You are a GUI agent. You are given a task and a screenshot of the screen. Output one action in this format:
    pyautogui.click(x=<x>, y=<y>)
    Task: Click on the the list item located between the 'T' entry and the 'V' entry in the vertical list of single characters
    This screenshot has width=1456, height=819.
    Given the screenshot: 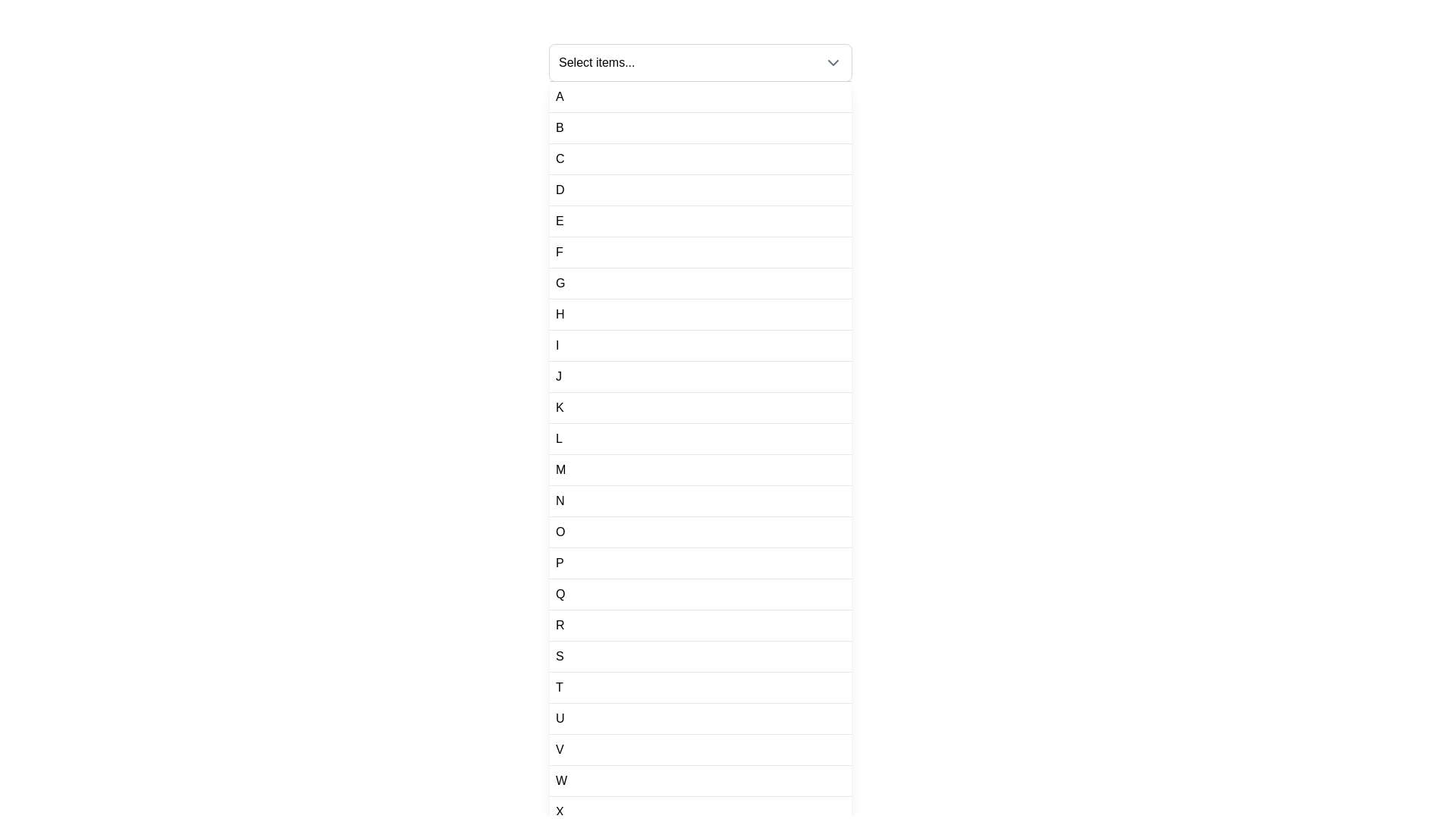 What is the action you would take?
    pyautogui.click(x=559, y=718)
    